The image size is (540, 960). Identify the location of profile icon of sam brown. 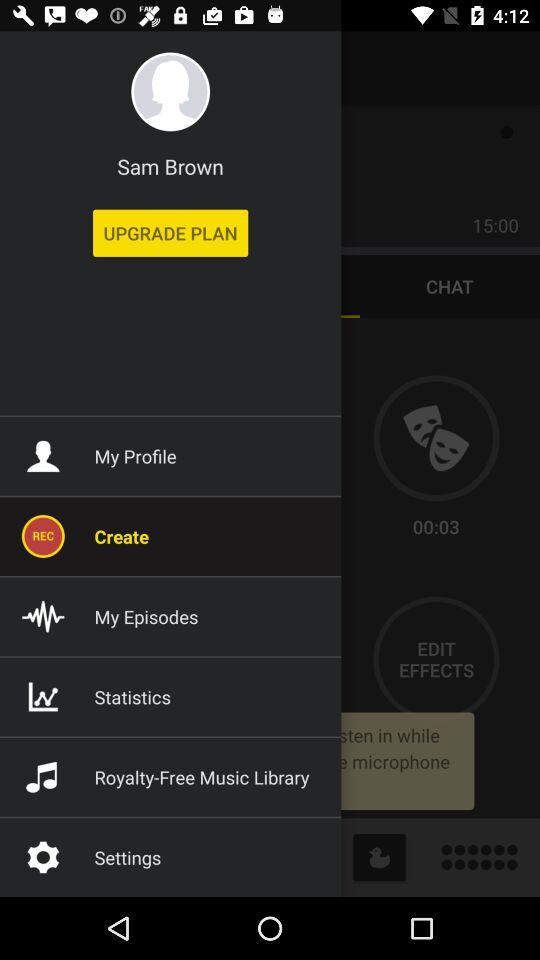
(170, 91).